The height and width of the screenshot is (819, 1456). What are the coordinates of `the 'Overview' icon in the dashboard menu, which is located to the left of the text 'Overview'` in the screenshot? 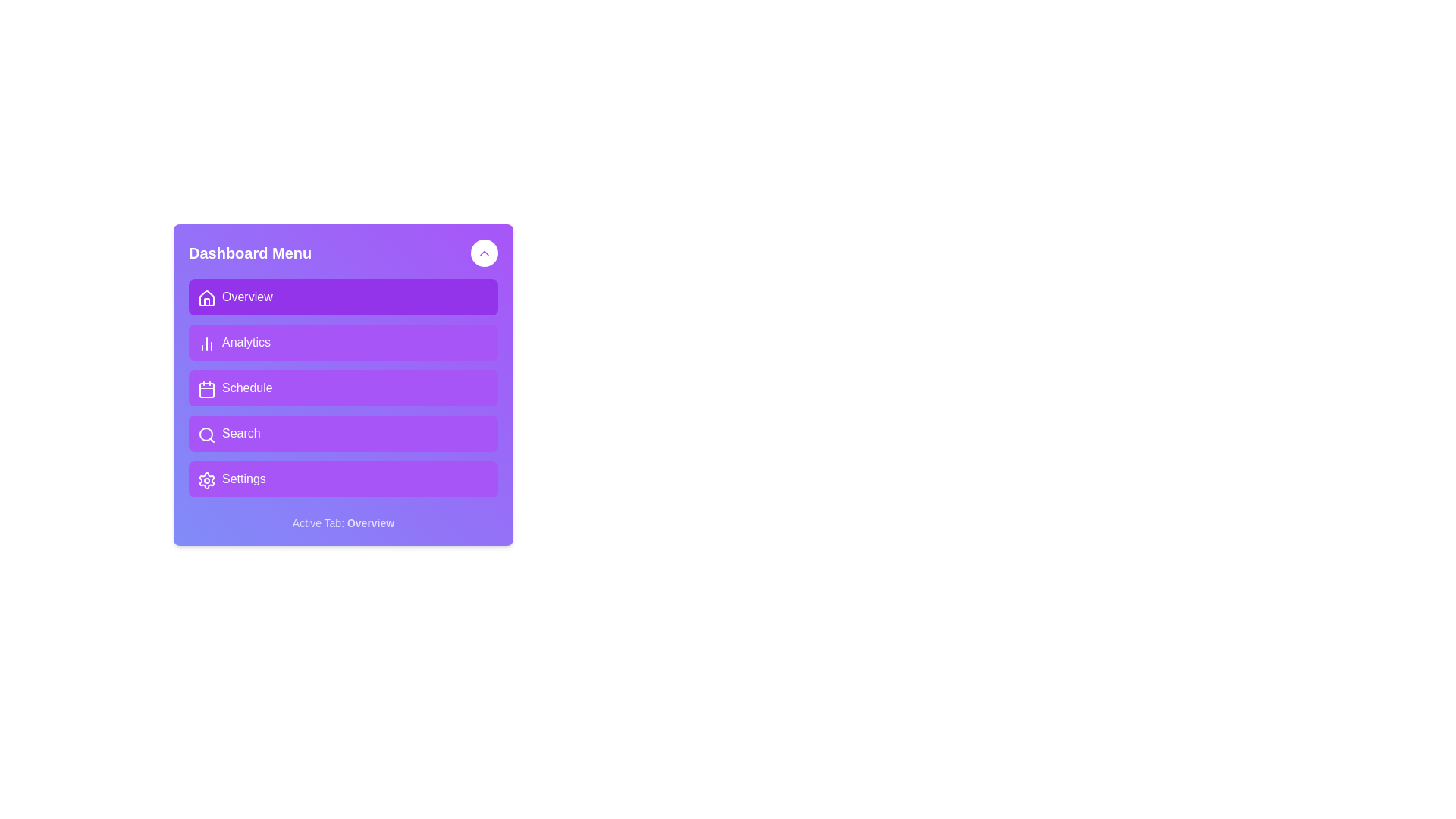 It's located at (206, 298).